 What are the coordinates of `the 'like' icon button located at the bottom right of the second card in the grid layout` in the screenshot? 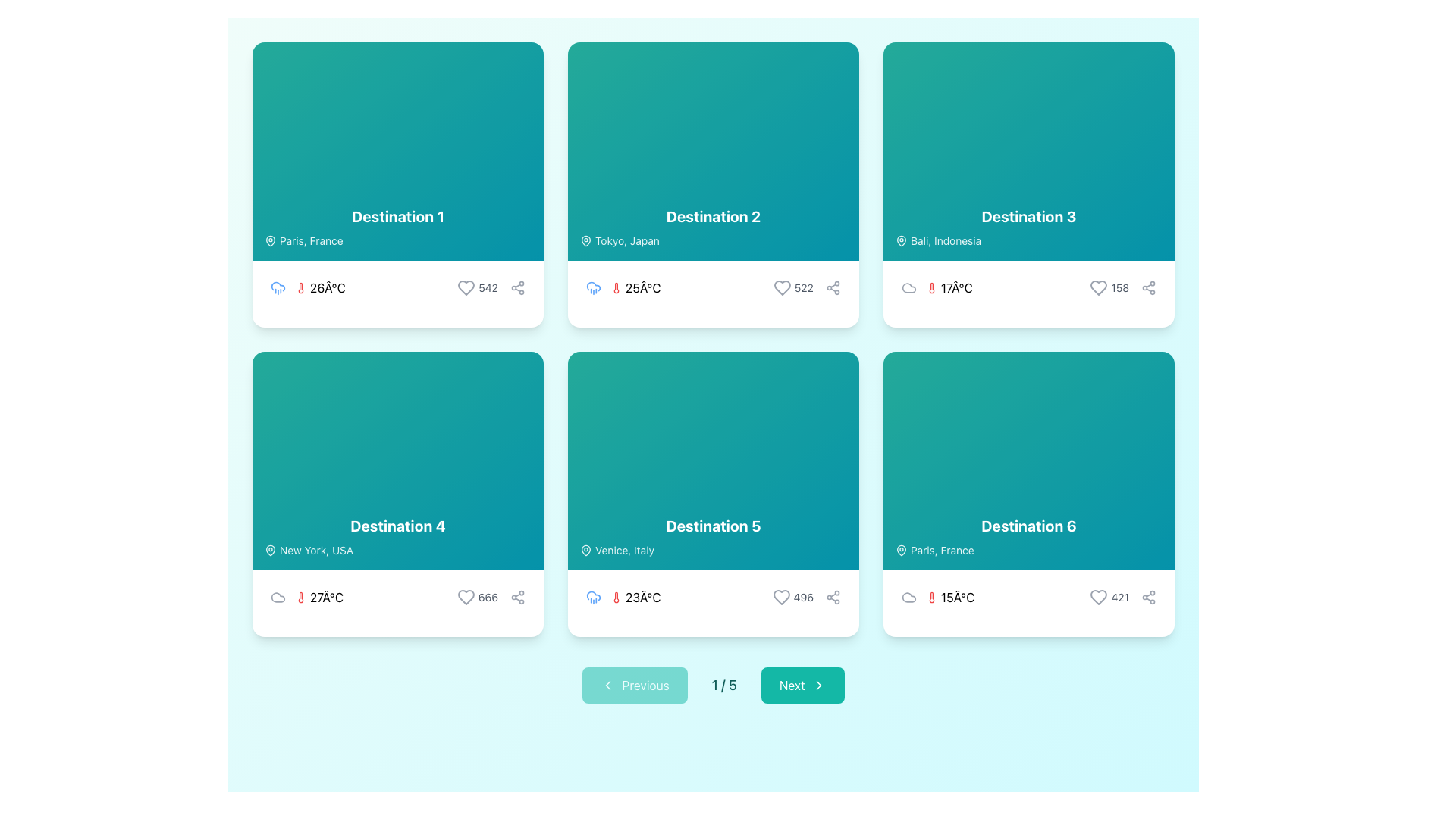 It's located at (782, 288).